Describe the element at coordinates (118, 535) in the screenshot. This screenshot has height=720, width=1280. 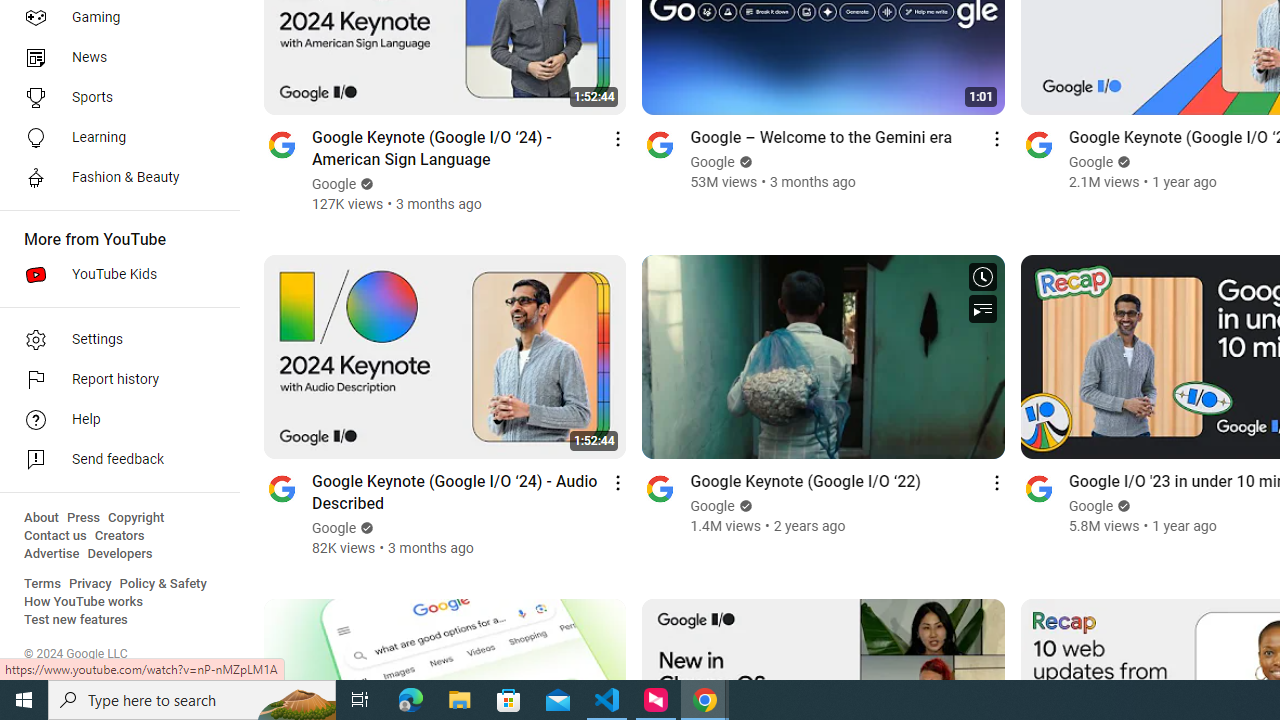
I see `'Creators'` at that location.